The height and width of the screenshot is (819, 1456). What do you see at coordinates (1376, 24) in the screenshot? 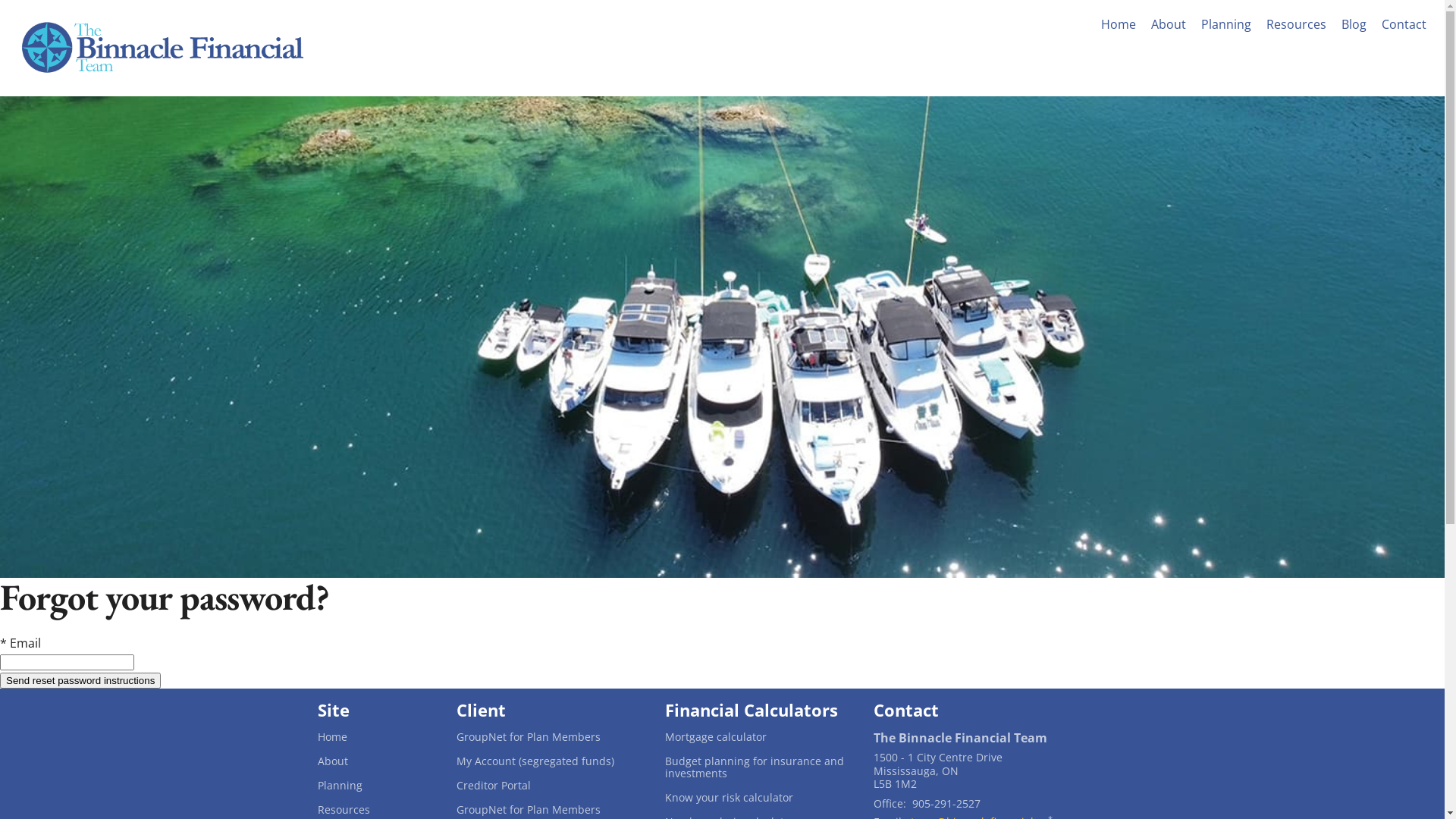
I see `'Contact'` at bounding box center [1376, 24].